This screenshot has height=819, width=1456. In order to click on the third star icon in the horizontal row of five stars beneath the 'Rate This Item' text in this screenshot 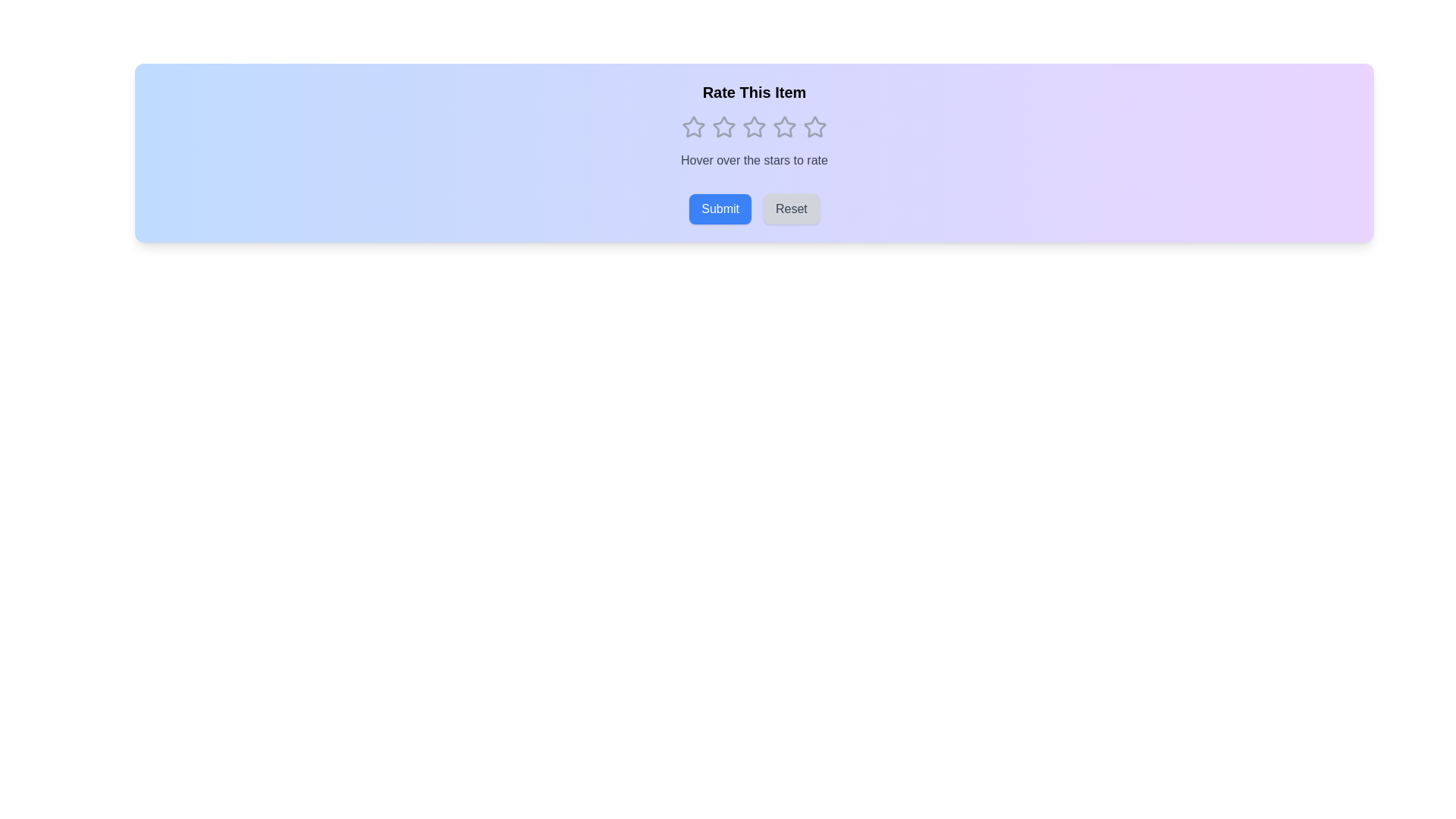, I will do `click(723, 127)`.